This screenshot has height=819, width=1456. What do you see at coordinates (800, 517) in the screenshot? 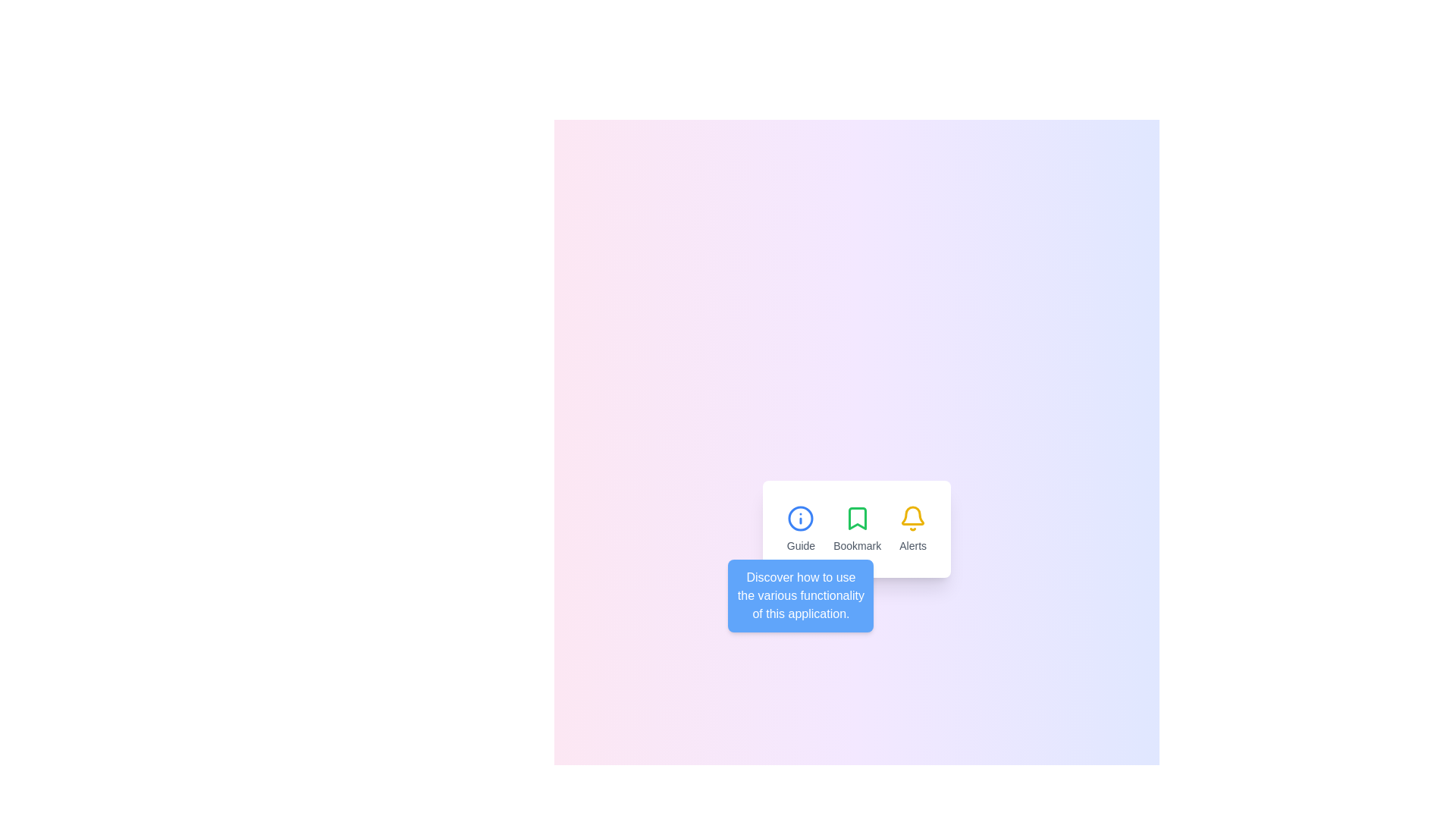
I see `the circular blue icon button featuring the 'i' symbol, which is located within a card labeled 'Guide'` at bounding box center [800, 517].